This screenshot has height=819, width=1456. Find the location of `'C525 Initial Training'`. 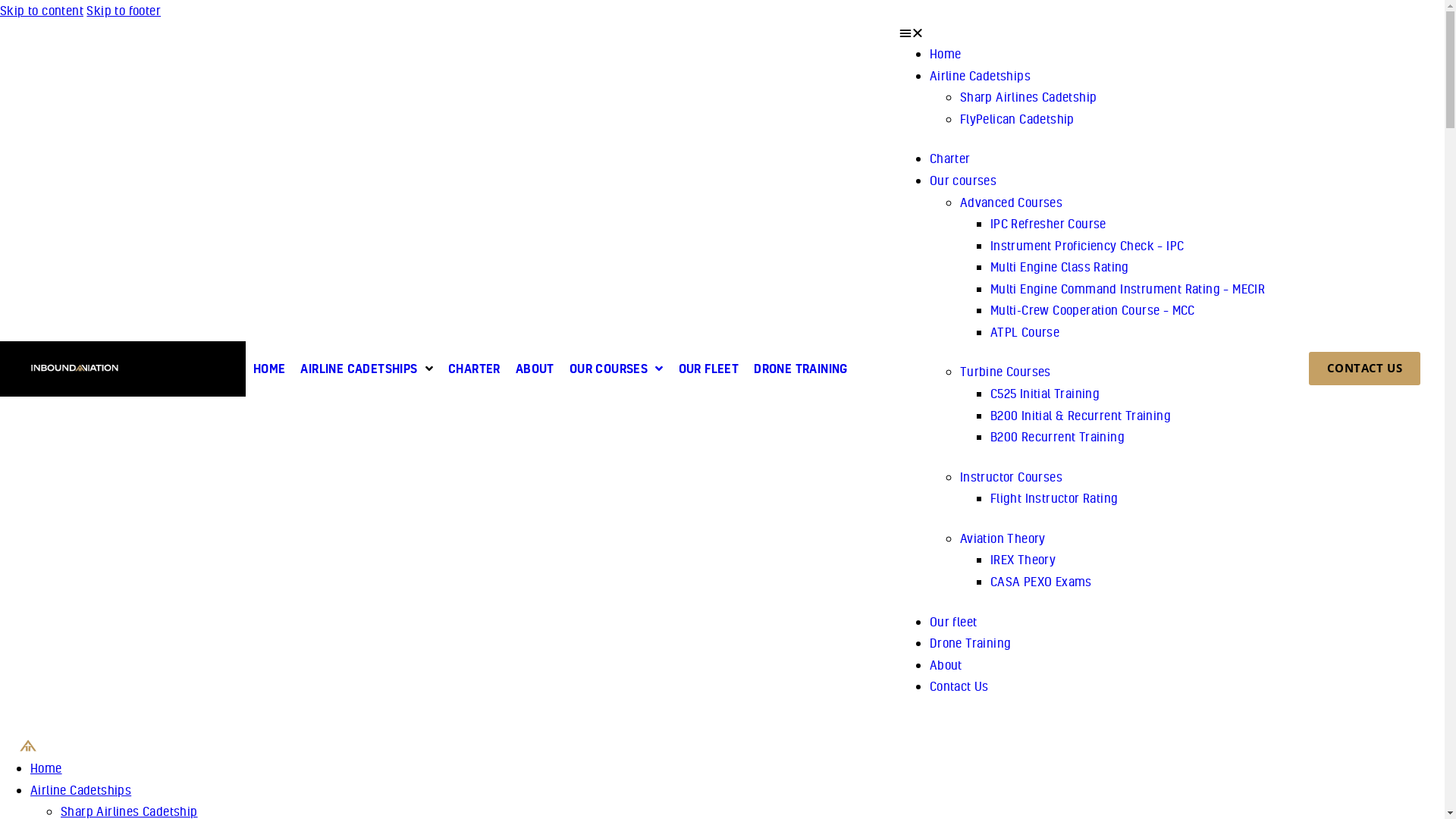

'C525 Initial Training' is located at coordinates (1043, 392).